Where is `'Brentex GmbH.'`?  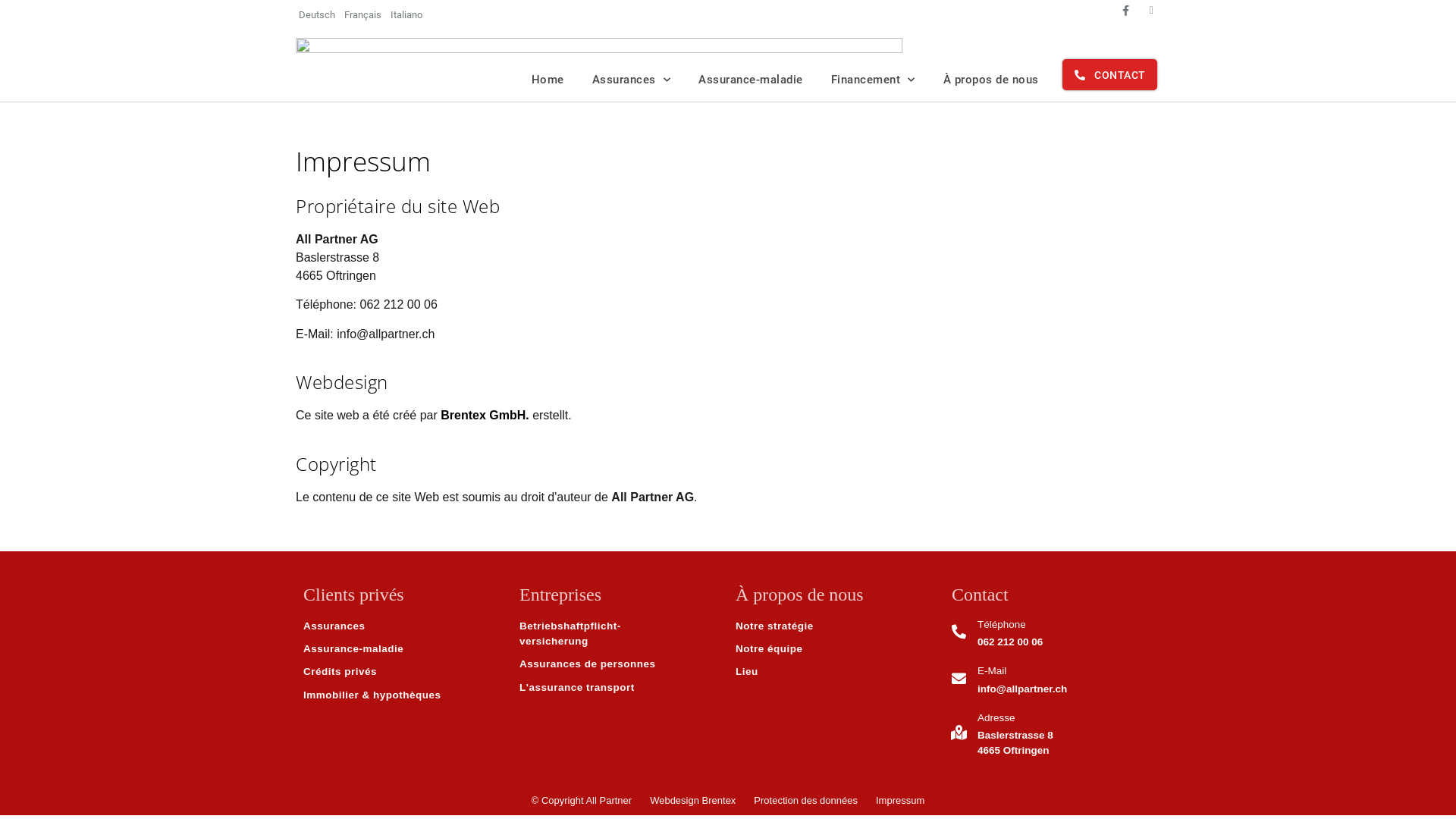 'Brentex GmbH.' is located at coordinates (483, 415).